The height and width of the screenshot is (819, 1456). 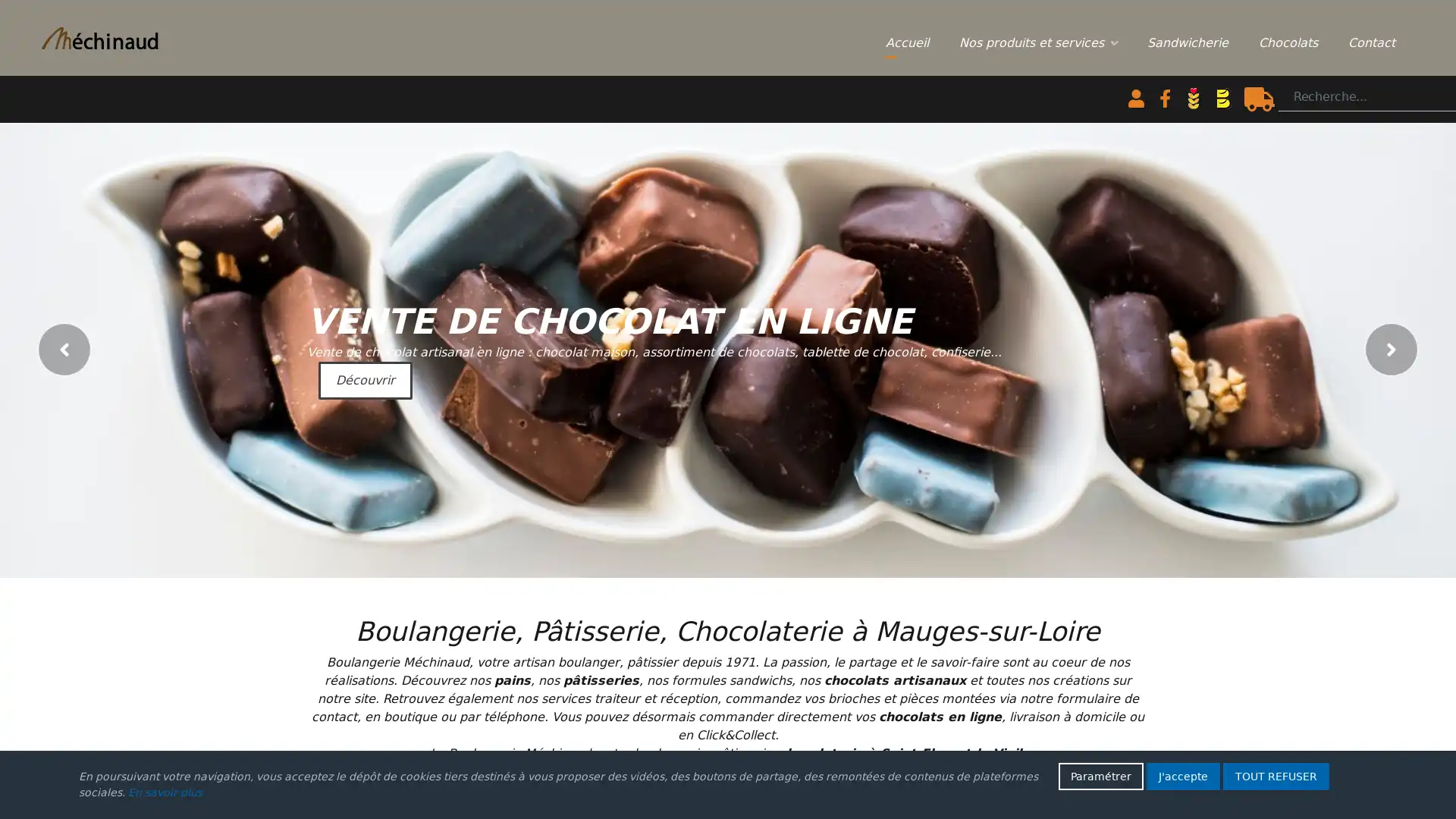 What do you see at coordinates (1276, 776) in the screenshot?
I see `TOUT REFUSER` at bounding box center [1276, 776].